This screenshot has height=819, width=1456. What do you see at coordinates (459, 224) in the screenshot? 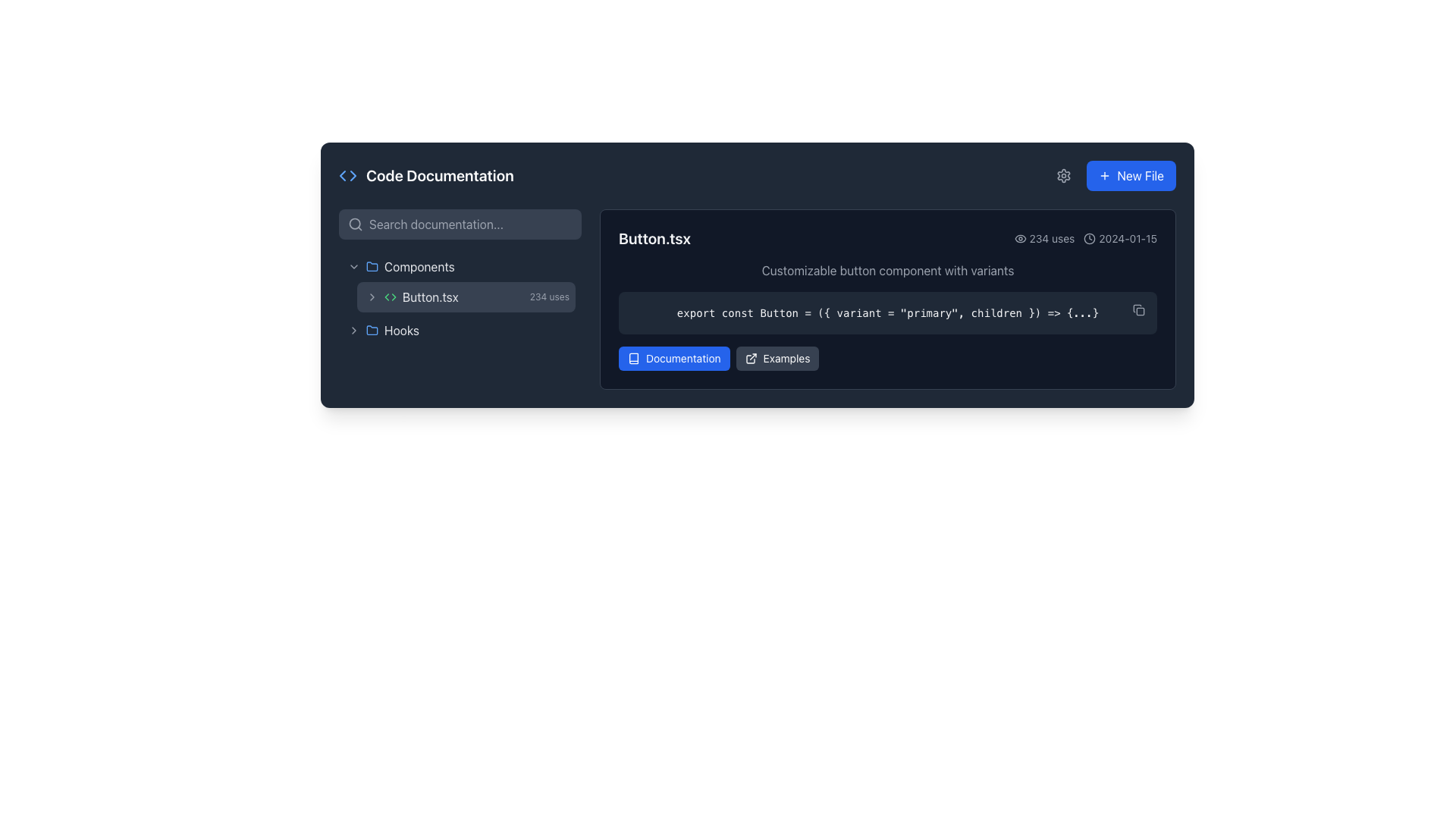
I see `the search bar input field with placeholder text 'Search documentation...' located near the top-left corner of the 'Code Documentation' panel` at bounding box center [459, 224].